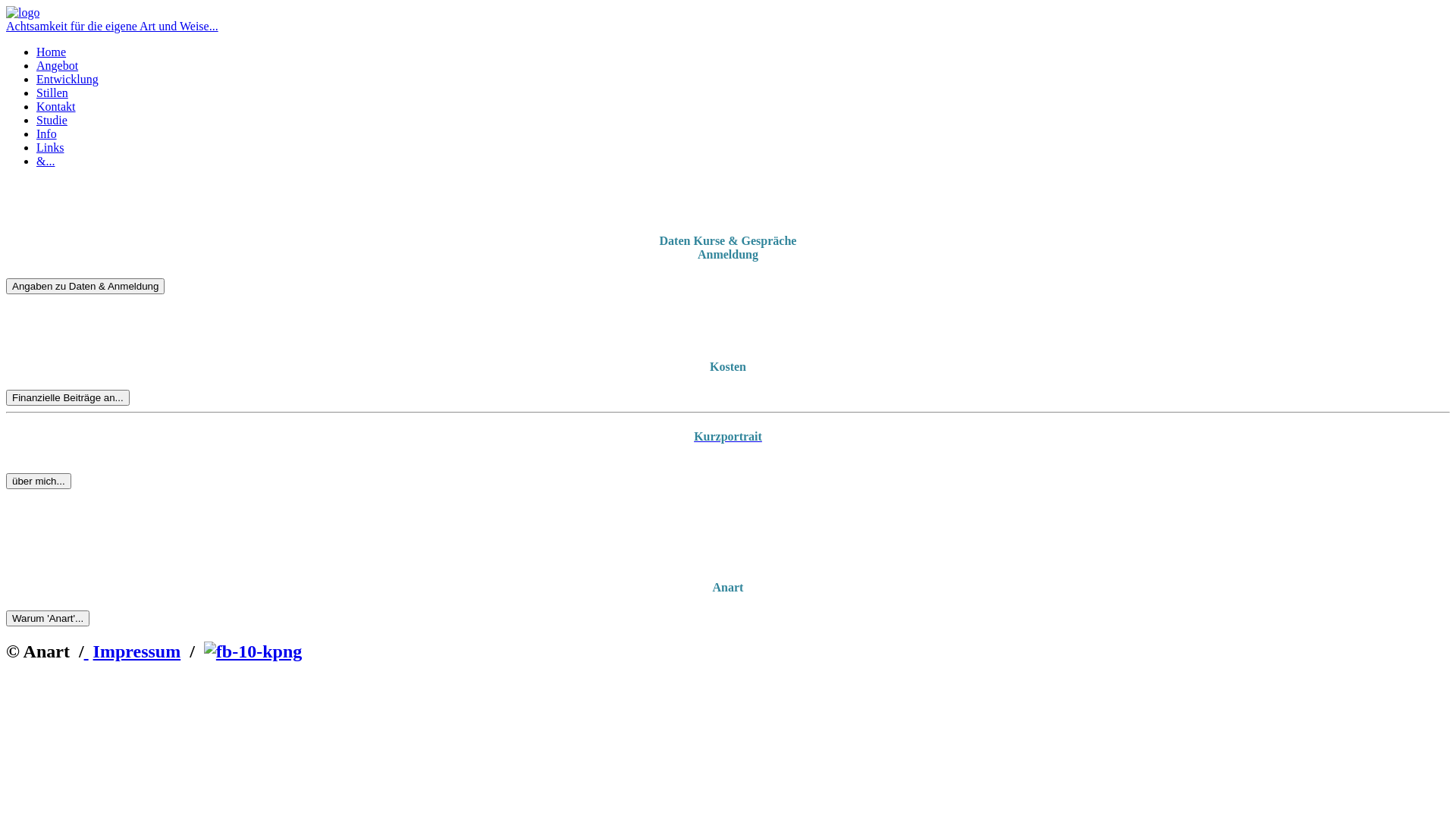  What do you see at coordinates (36, 64) in the screenshot?
I see `'Angebot'` at bounding box center [36, 64].